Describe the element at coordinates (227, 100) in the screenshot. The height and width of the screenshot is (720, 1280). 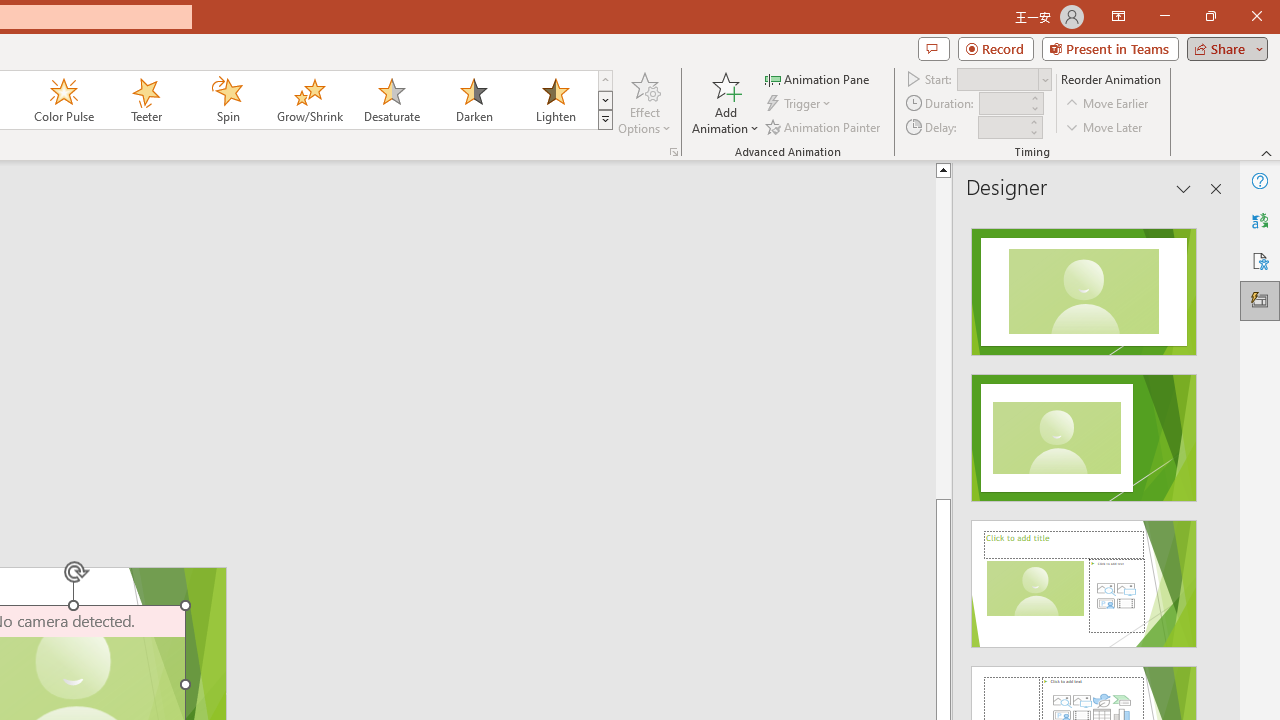
I see `'Spin'` at that location.